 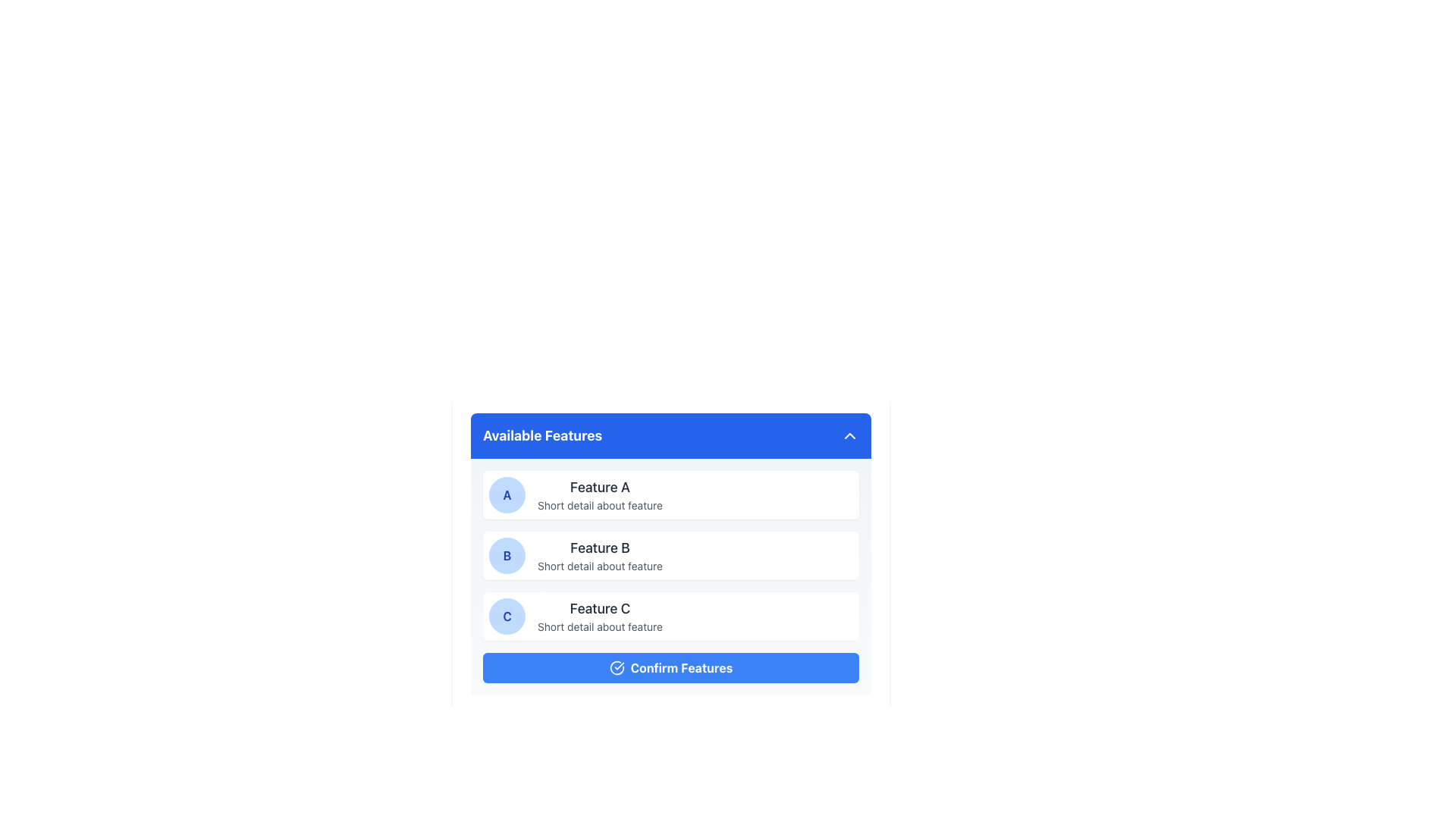 What do you see at coordinates (507, 555) in the screenshot?
I see `the circular badge with a blue background and a bold 'B' in dark blue, which is the leftmost element beside 'Feature B' in the 'Available Features' panel` at bounding box center [507, 555].